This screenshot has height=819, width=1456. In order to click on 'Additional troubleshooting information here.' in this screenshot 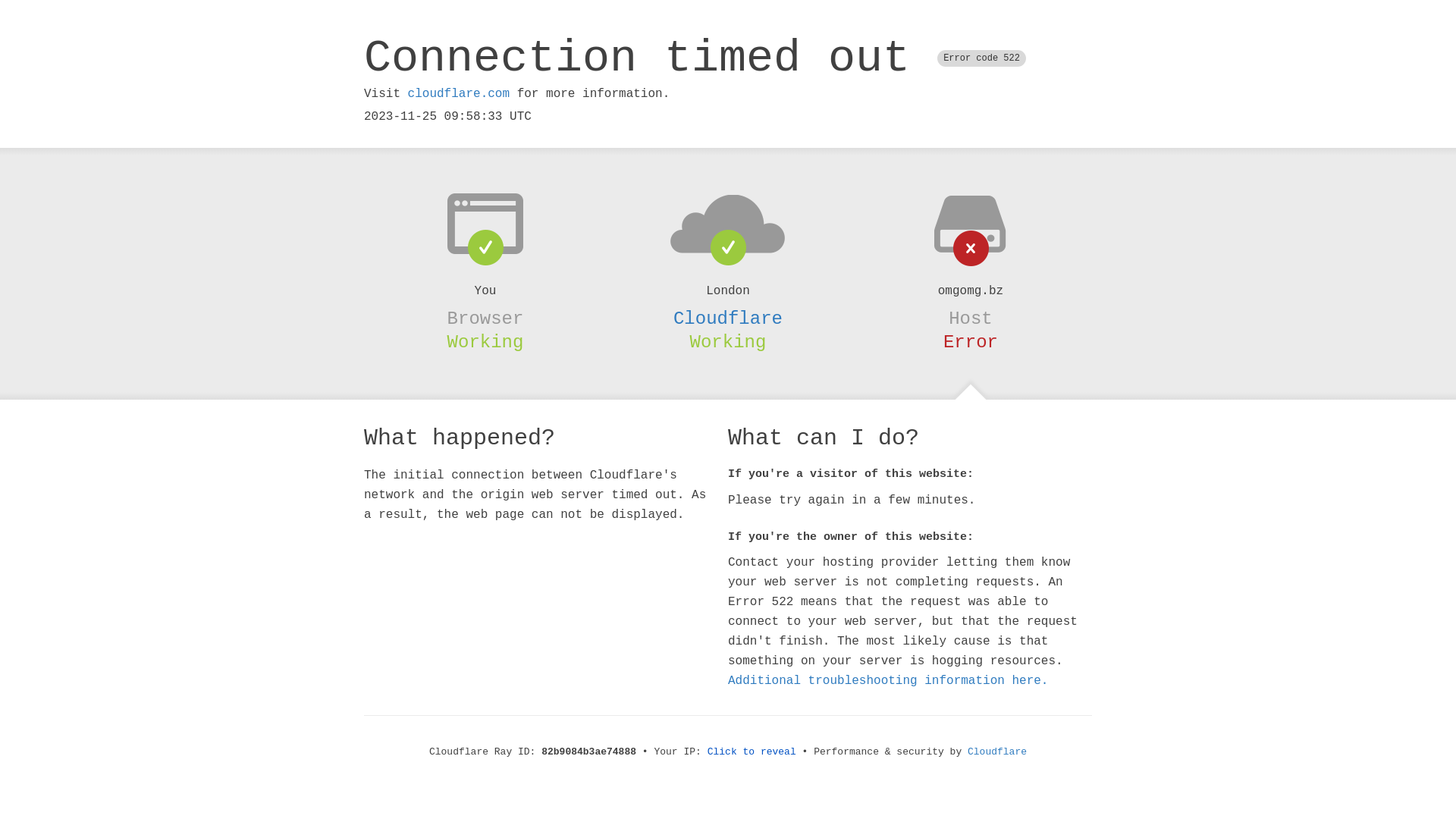, I will do `click(888, 680)`.